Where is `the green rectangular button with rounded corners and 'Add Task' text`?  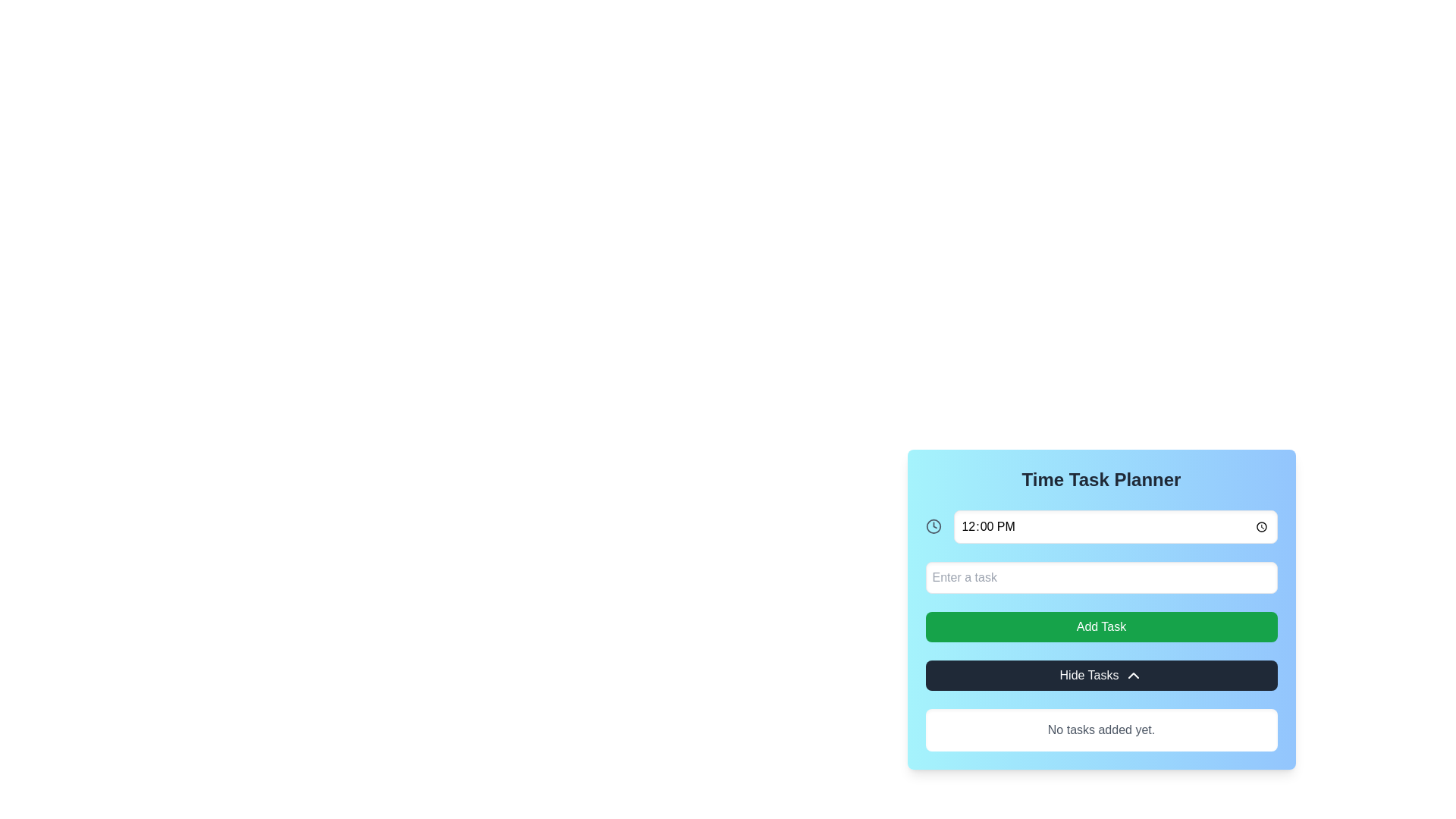 the green rectangular button with rounded corners and 'Add Task' text is located at coordinates (1101, 626).